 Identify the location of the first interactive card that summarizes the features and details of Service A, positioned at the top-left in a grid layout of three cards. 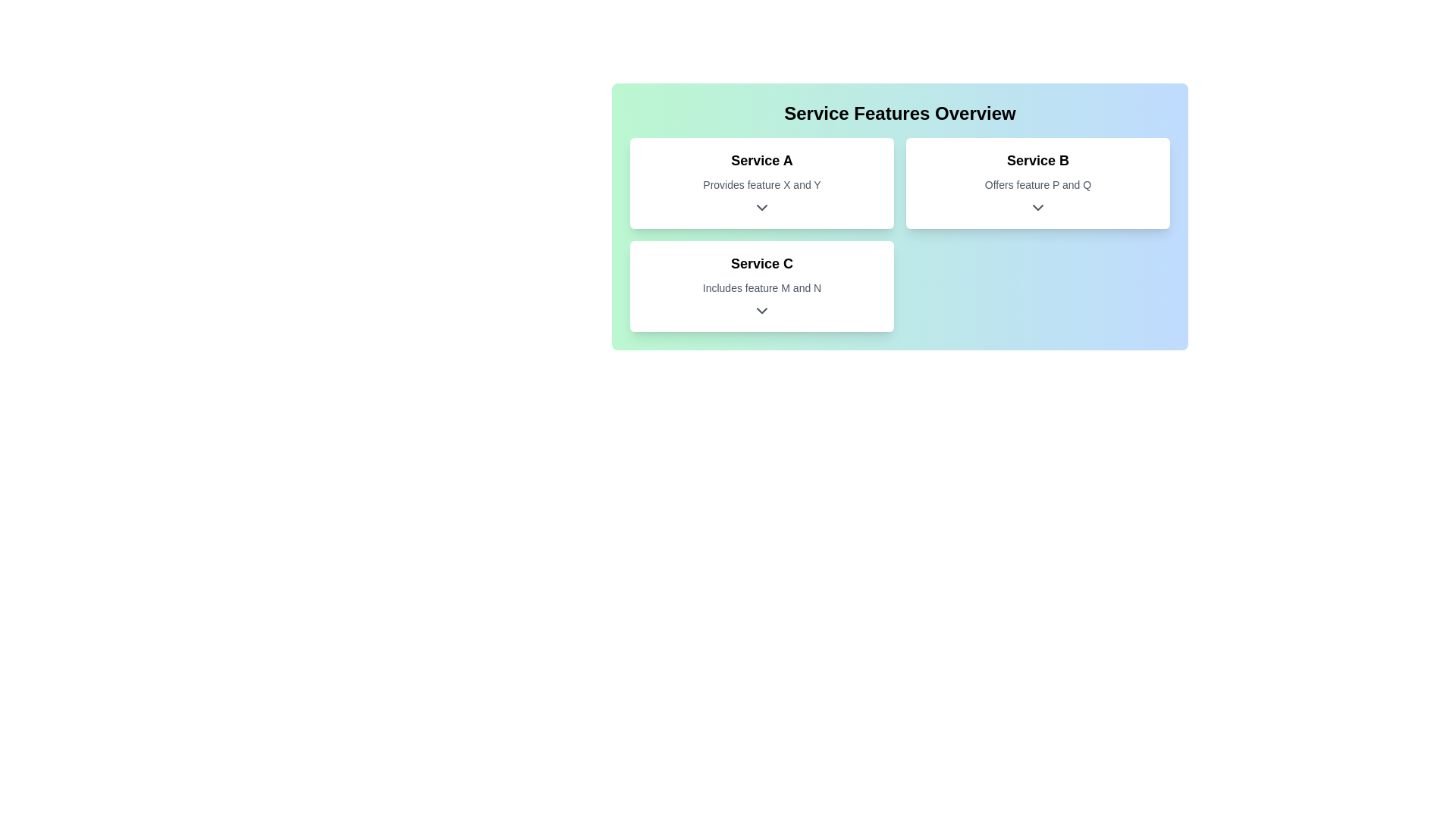
(761, 183).